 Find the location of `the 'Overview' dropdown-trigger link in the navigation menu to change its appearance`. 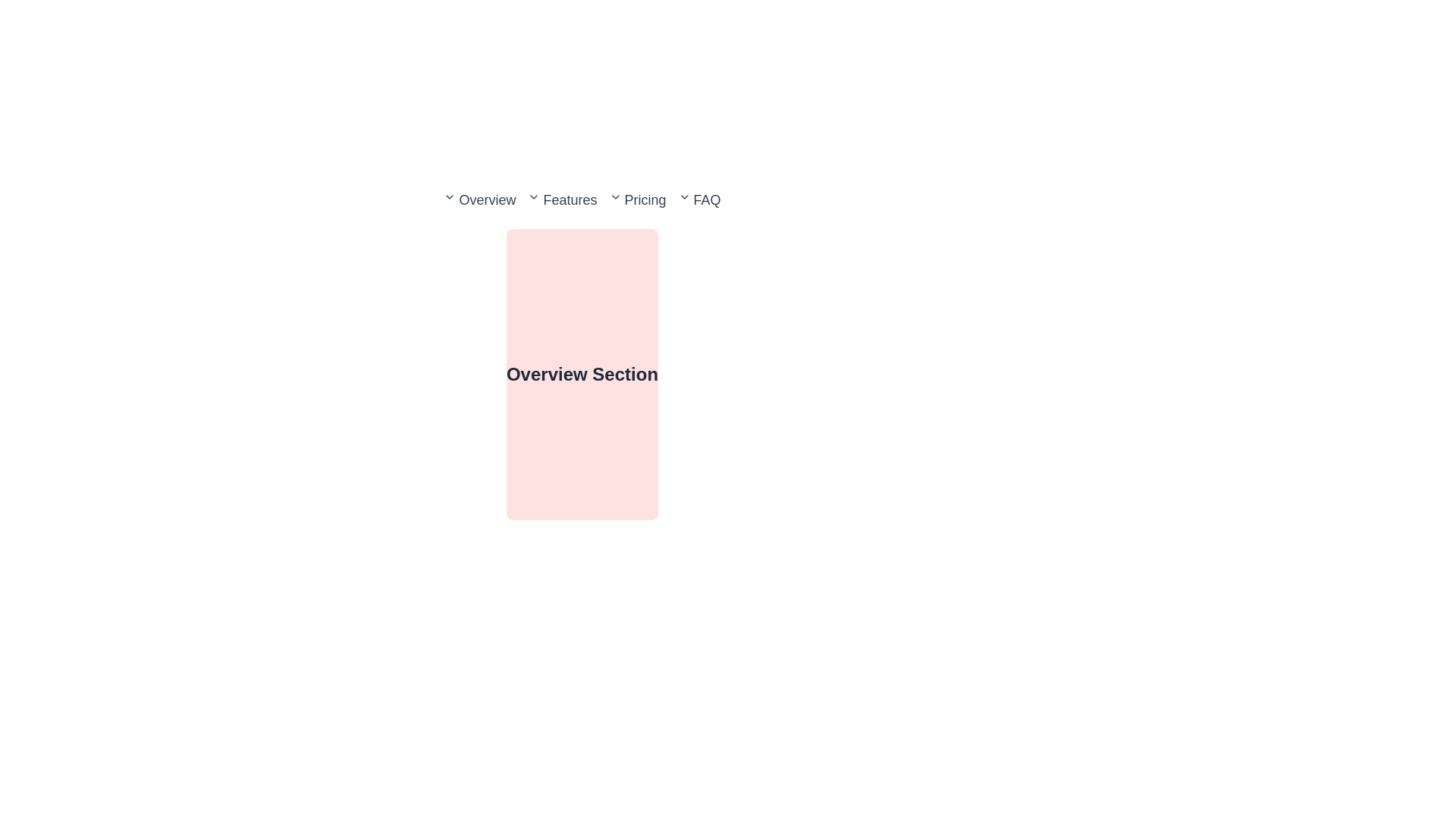

the 'Overview' dropdown-trigger link in the navigation menu to change its appearance is located at coordinates (479, 199).